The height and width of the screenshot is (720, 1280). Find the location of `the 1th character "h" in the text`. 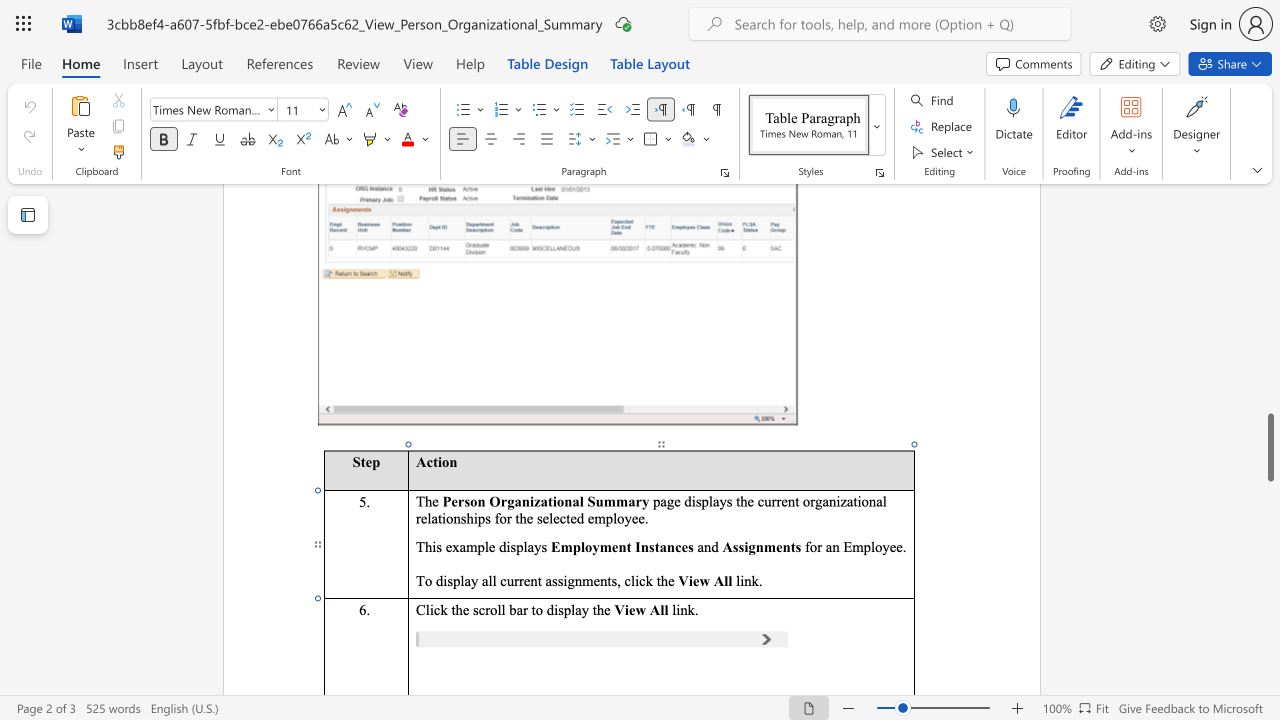

the 1th character "h" in the text is located at coordinates (427, 547).